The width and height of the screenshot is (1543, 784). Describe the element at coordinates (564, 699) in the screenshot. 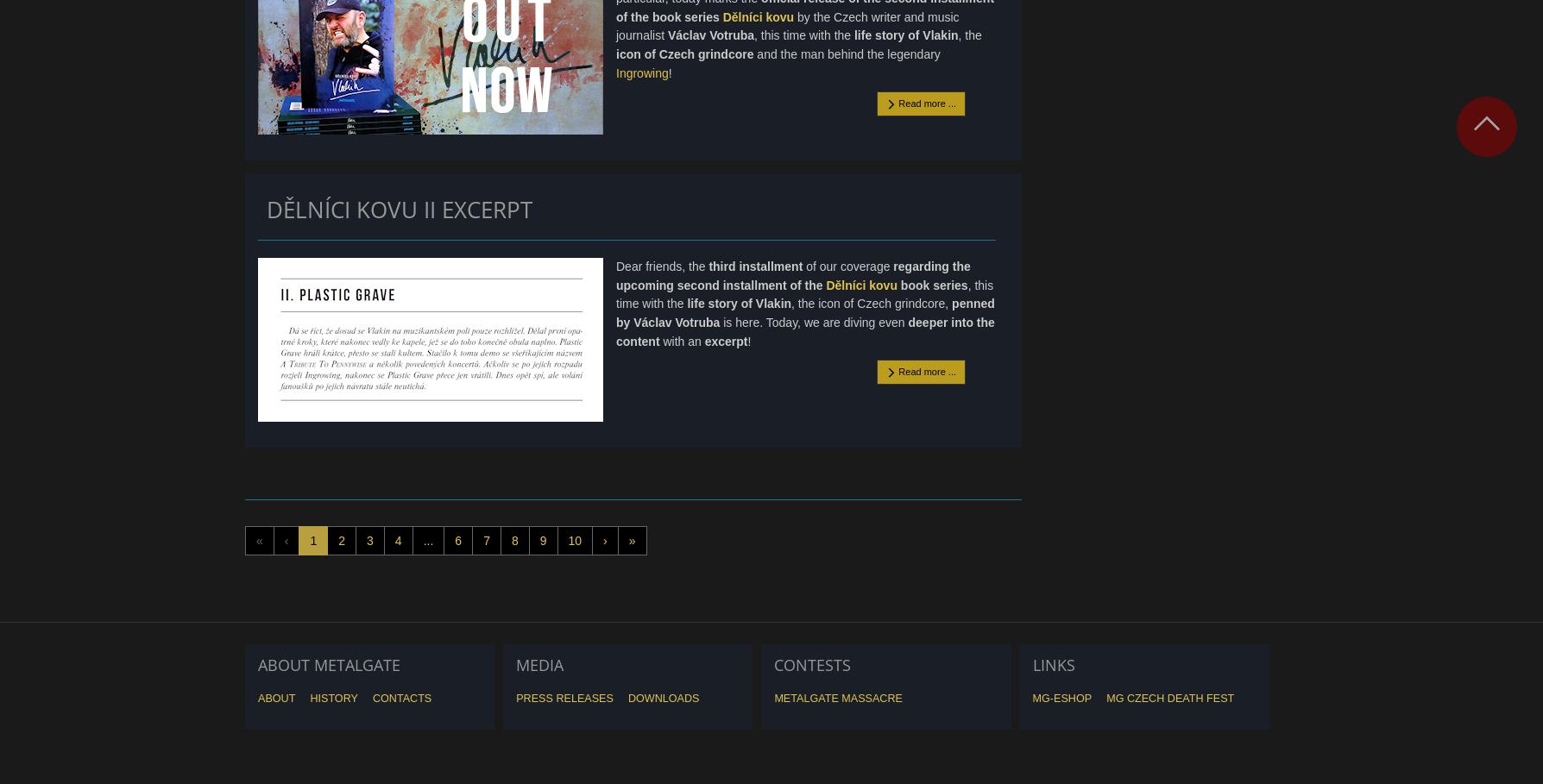

I see `'Press releases'` at that location.